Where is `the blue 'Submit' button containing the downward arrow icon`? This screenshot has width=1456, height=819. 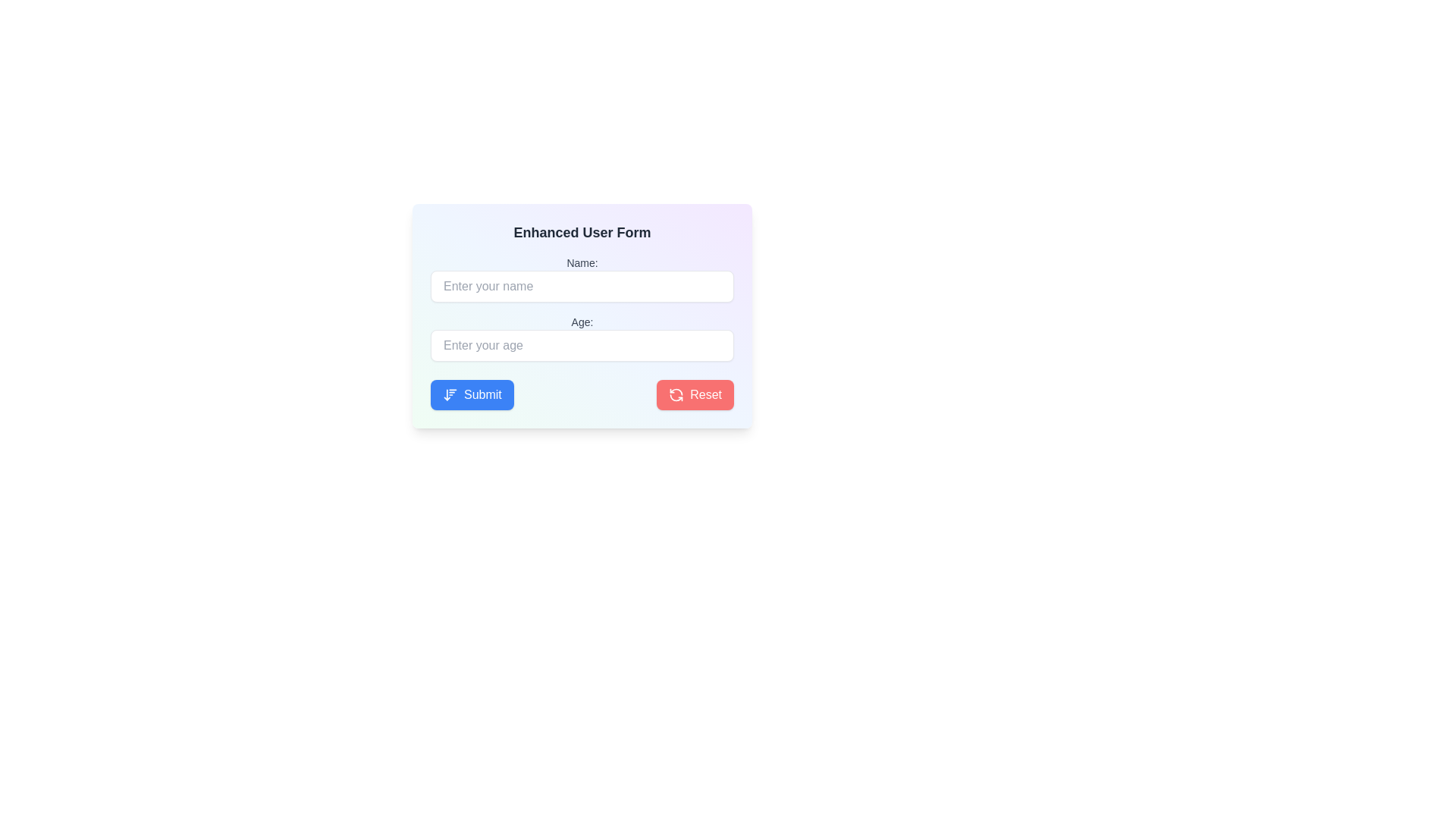
the blue 'Submit' button containing the downward arrow icon is located at coordinates (450, 394).